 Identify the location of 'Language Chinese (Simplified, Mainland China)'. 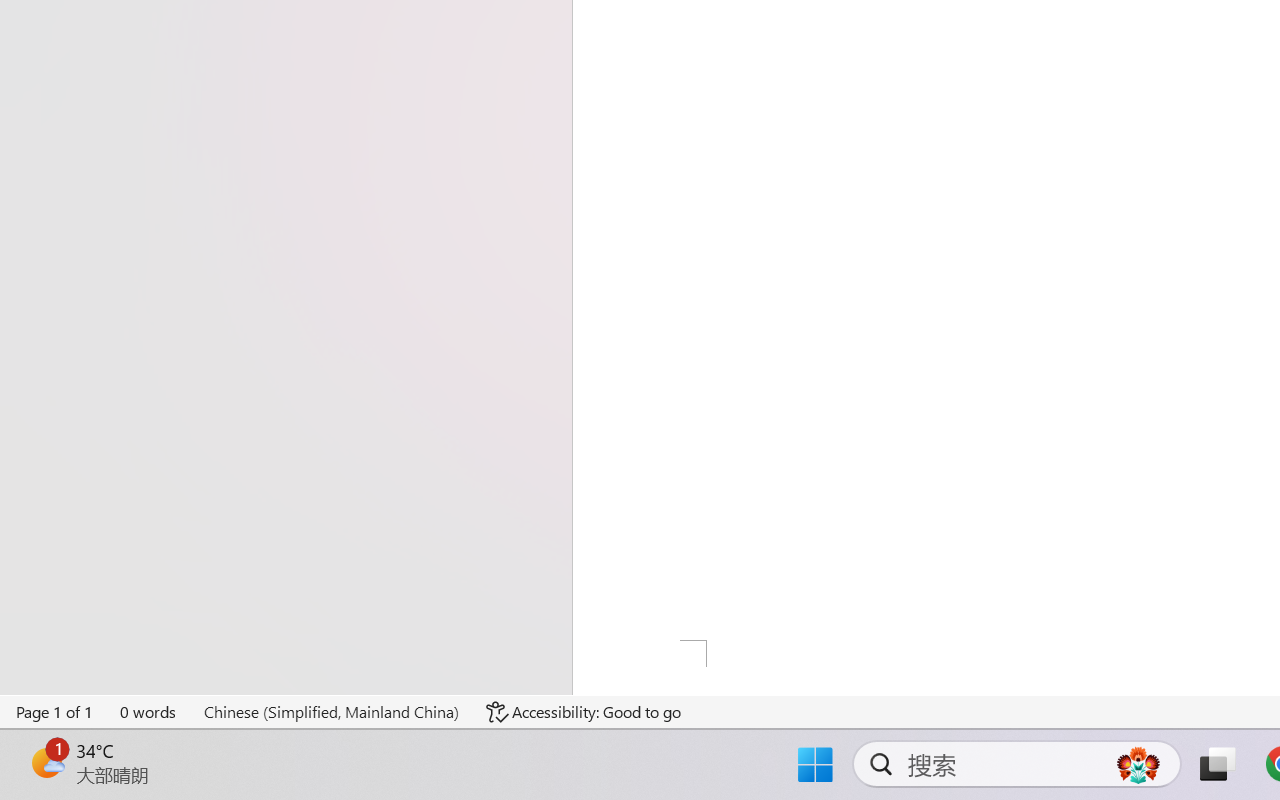
(331, 711).